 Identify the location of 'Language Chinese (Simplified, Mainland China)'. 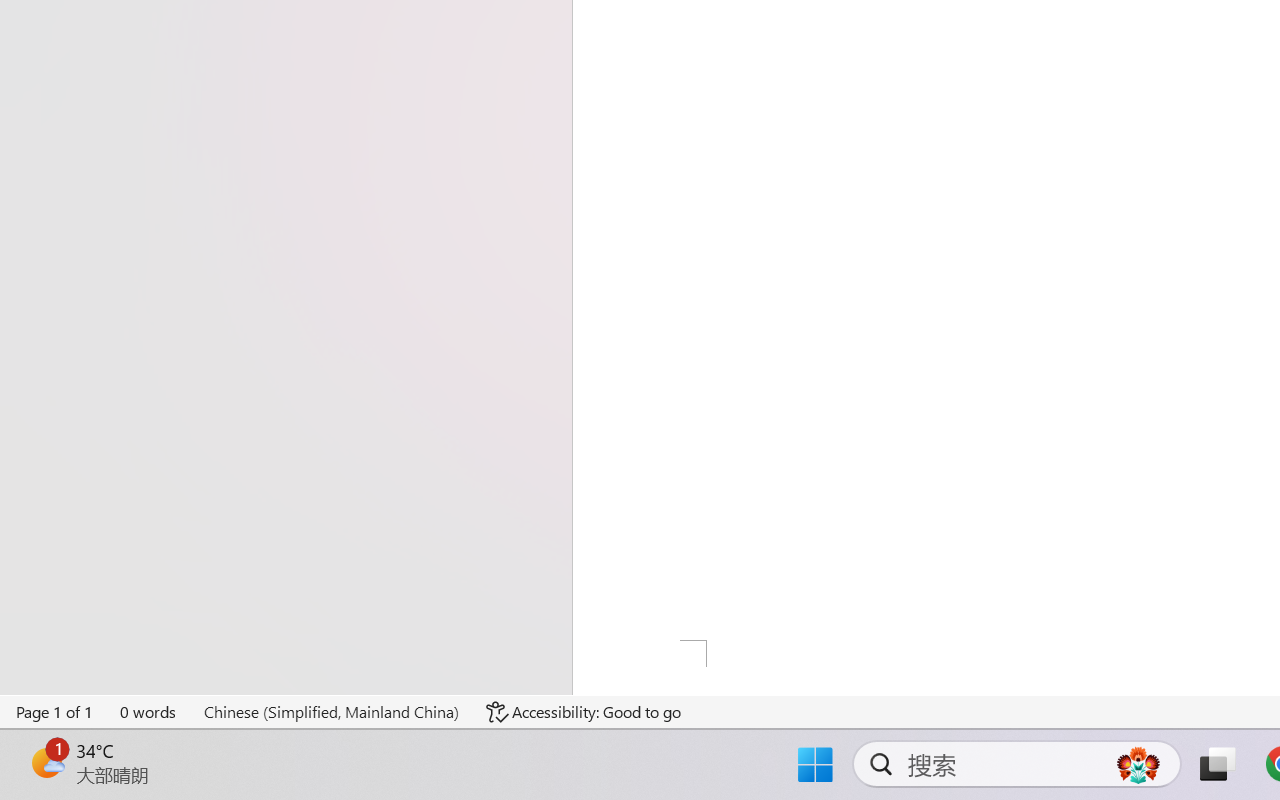
(331, 711).